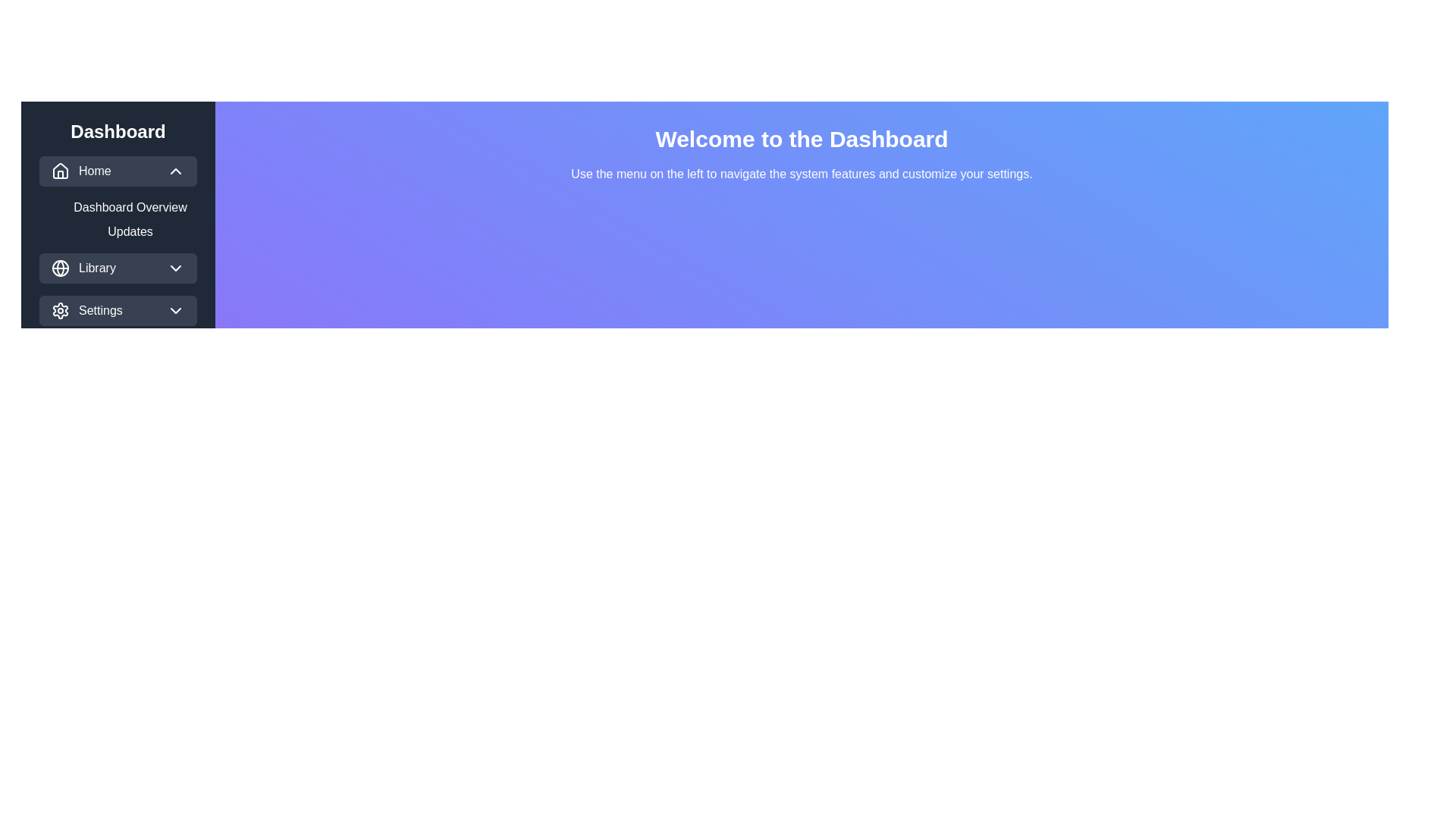  What do you see at coordinates (61, 309) in the screenshot?
I see `the 'Settings' icon located in the sidebar navigation panel, which is positioned to the left of the 'Settings' label` at bounding box center [61, 309].